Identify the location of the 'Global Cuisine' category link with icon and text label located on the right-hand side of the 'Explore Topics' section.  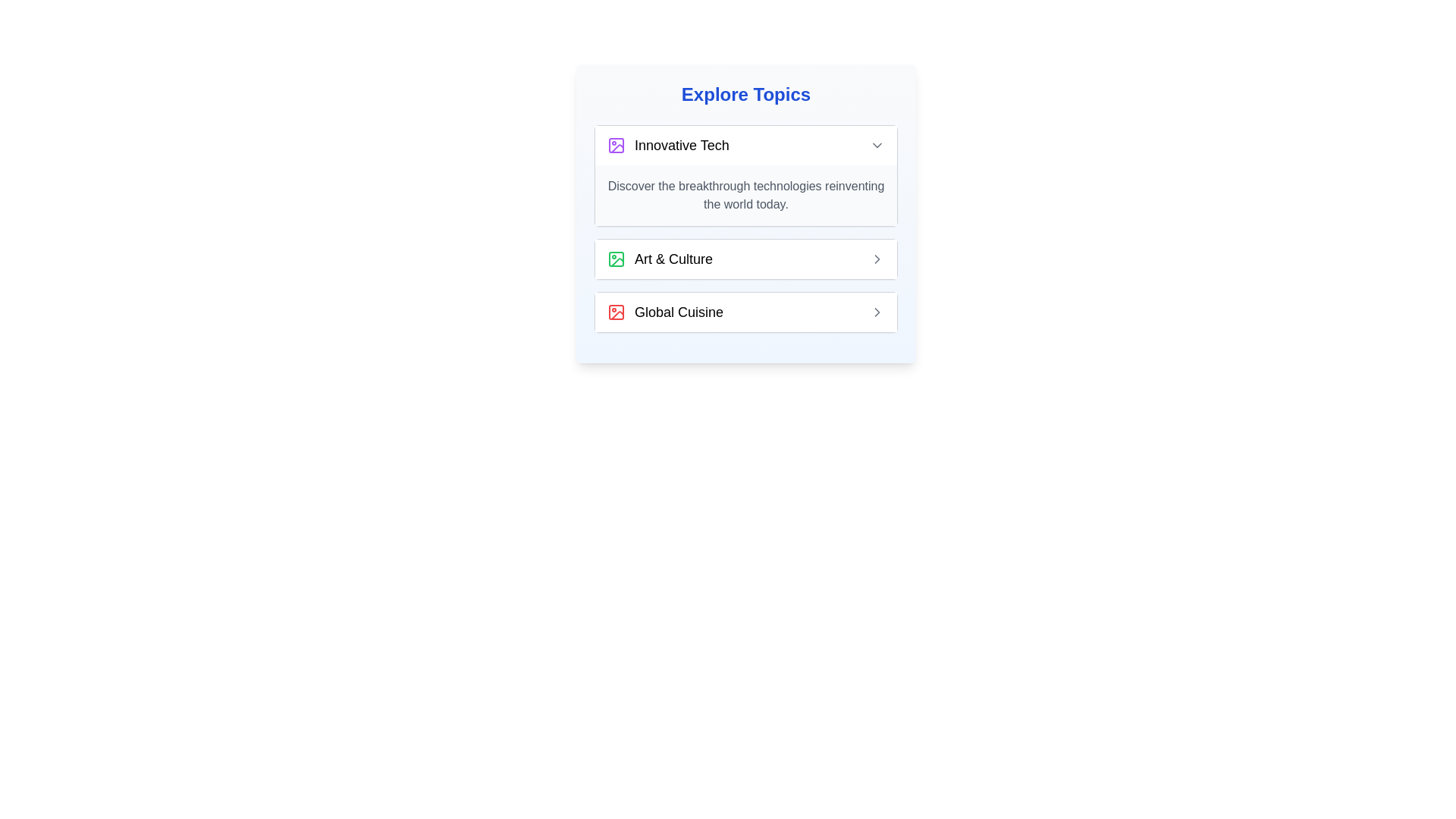
(665, 312).